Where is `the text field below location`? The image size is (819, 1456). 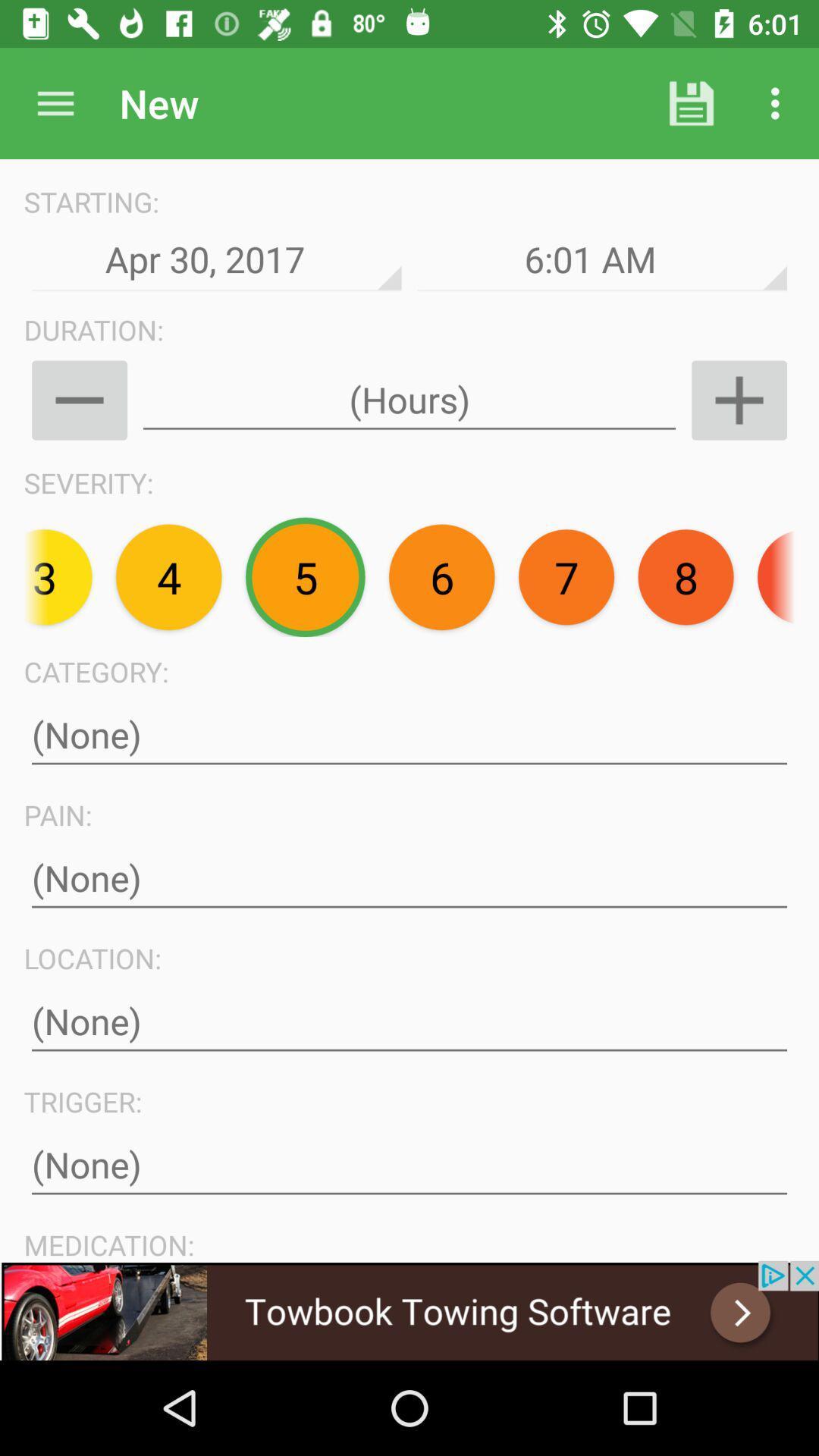
the text field below location is located at coordinates (409, 1022).